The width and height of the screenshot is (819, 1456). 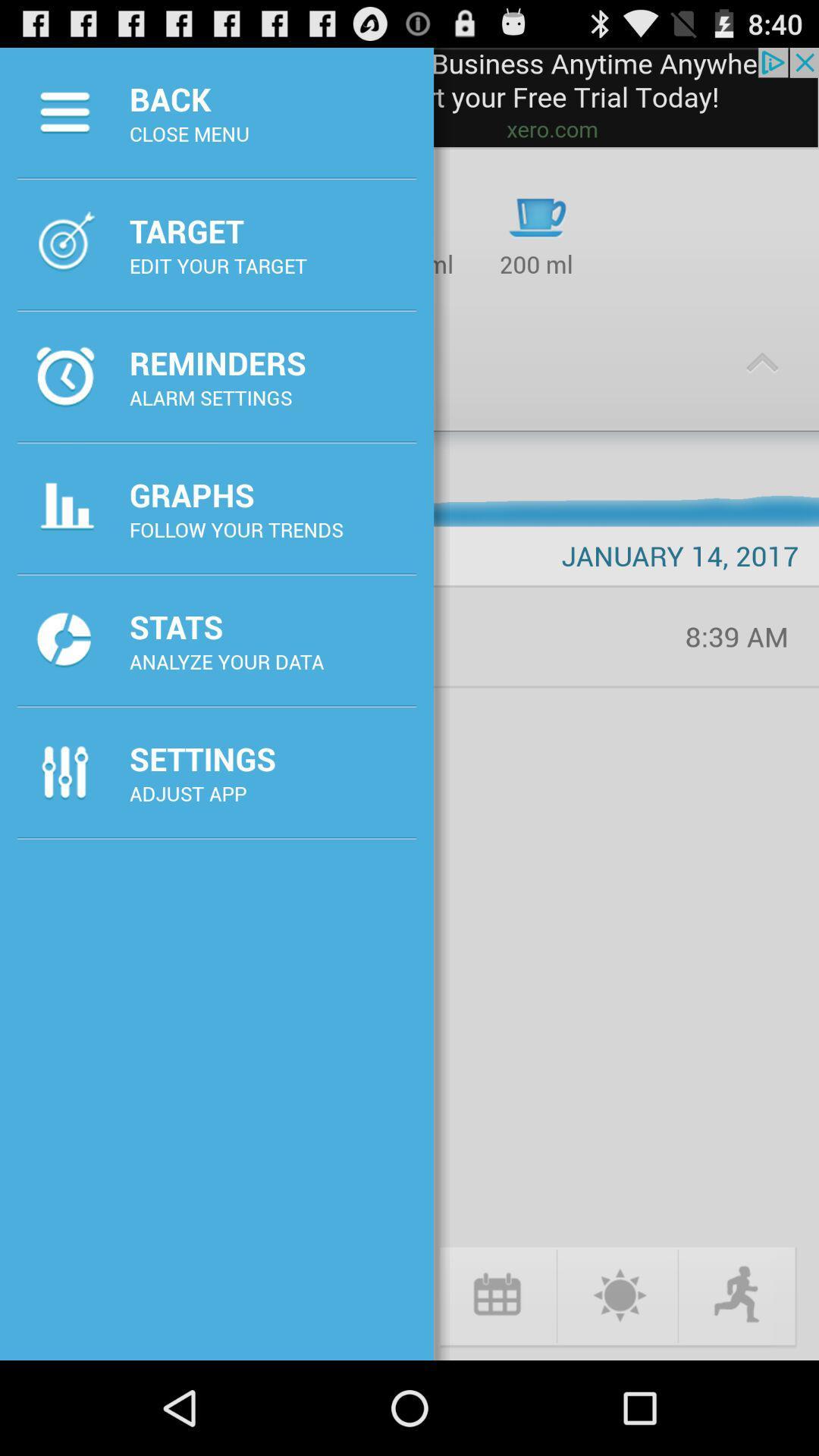 I want to click on the weather icon, so click(x=617, y=1385).